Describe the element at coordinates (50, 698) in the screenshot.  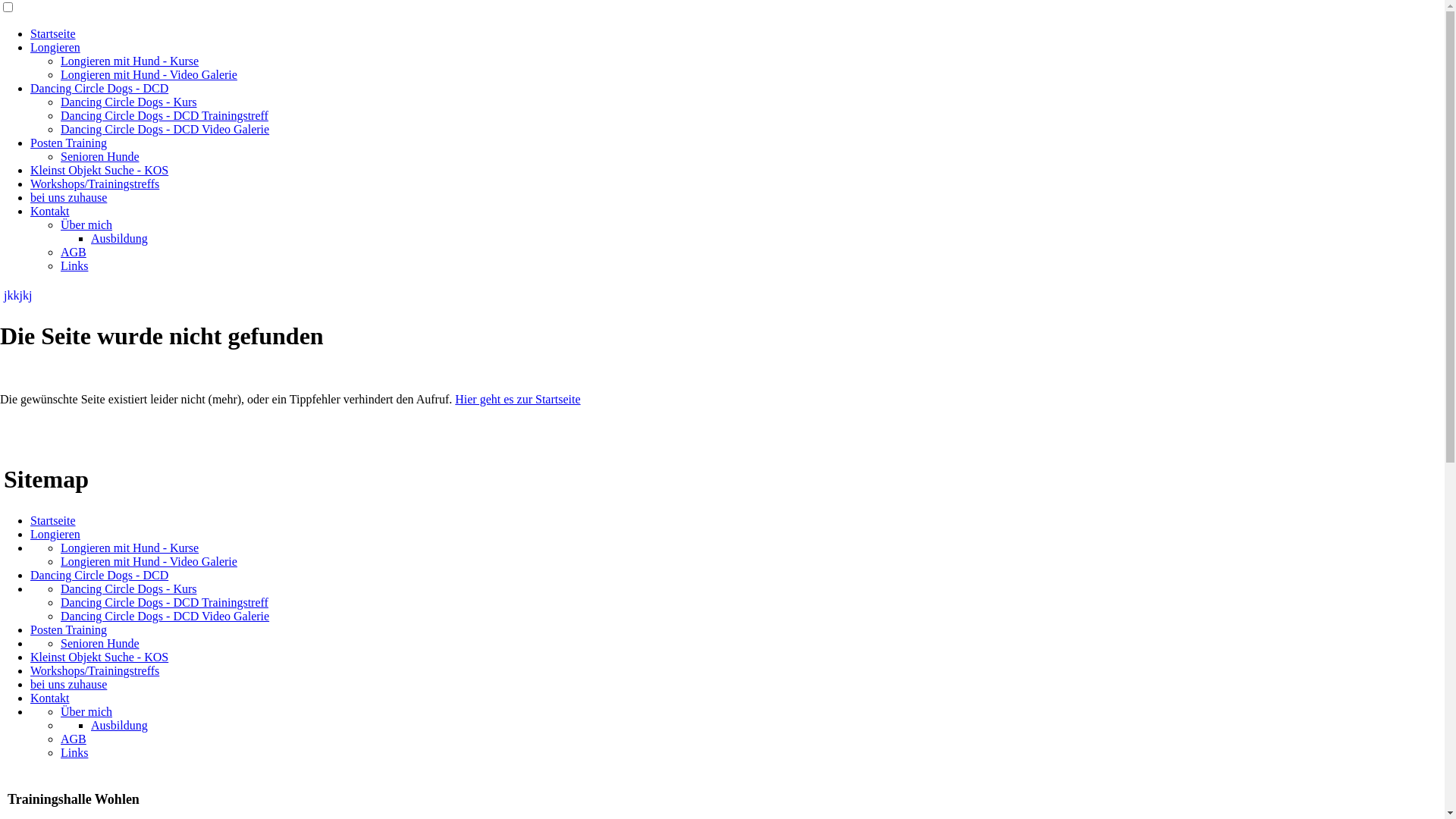
I see `'Kontakt'` at that location.